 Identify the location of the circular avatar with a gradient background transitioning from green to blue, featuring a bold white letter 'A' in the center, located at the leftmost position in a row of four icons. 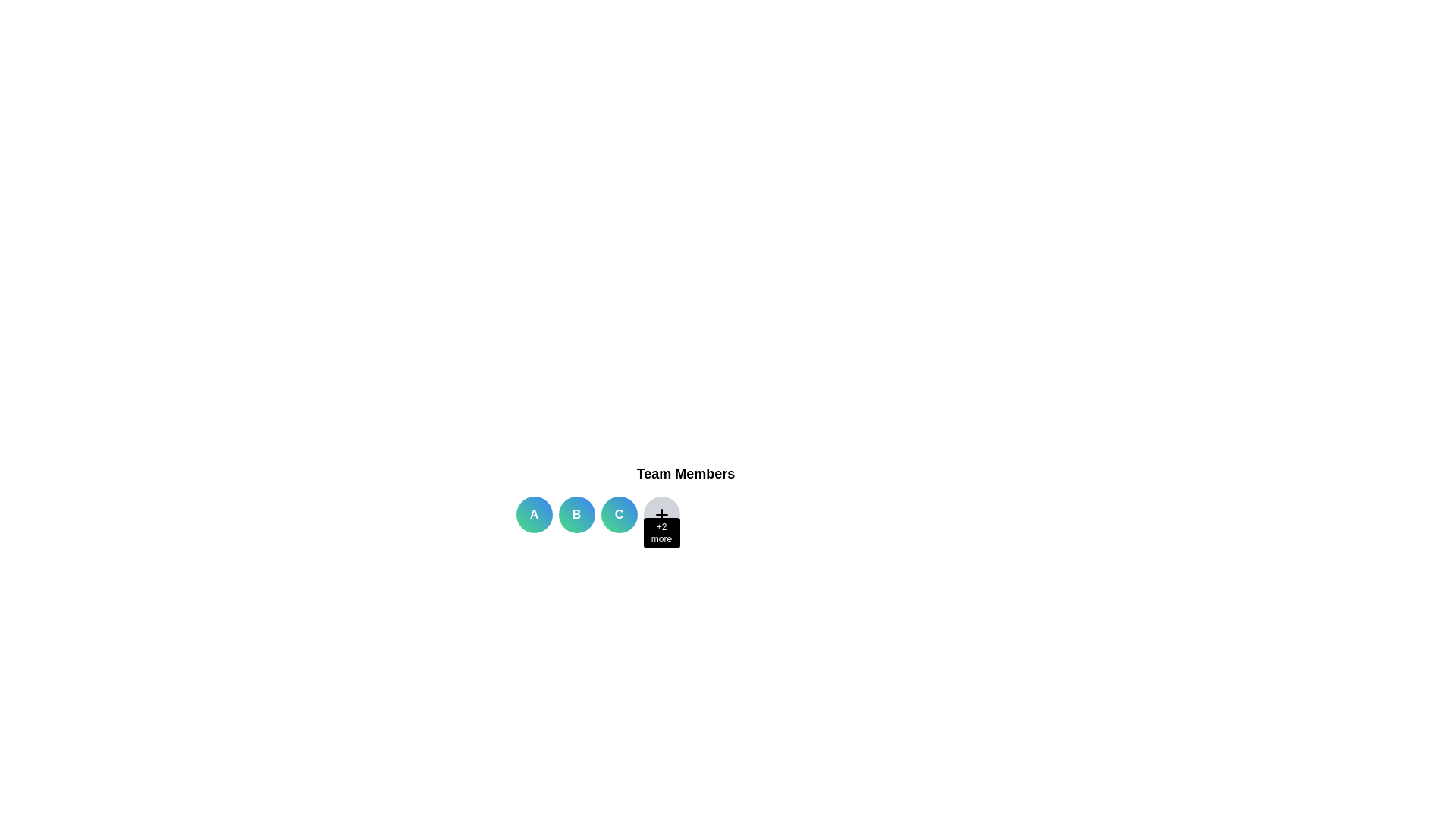
(534, 513).